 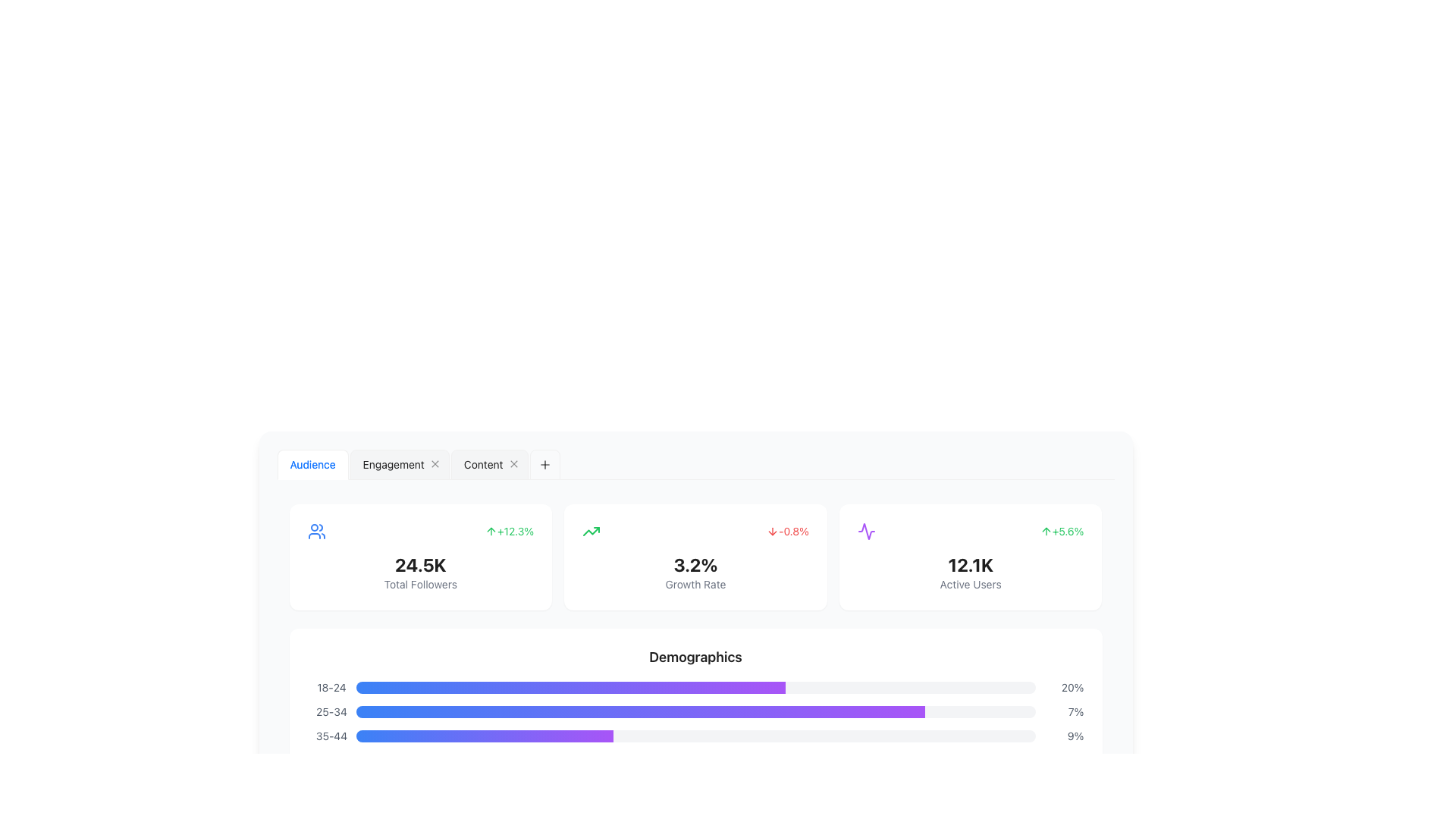 I want to click on positive percentage change indicator located in the top-right corner of the card, which is next to the larger value '12.1K', so click(x=971, y=531).